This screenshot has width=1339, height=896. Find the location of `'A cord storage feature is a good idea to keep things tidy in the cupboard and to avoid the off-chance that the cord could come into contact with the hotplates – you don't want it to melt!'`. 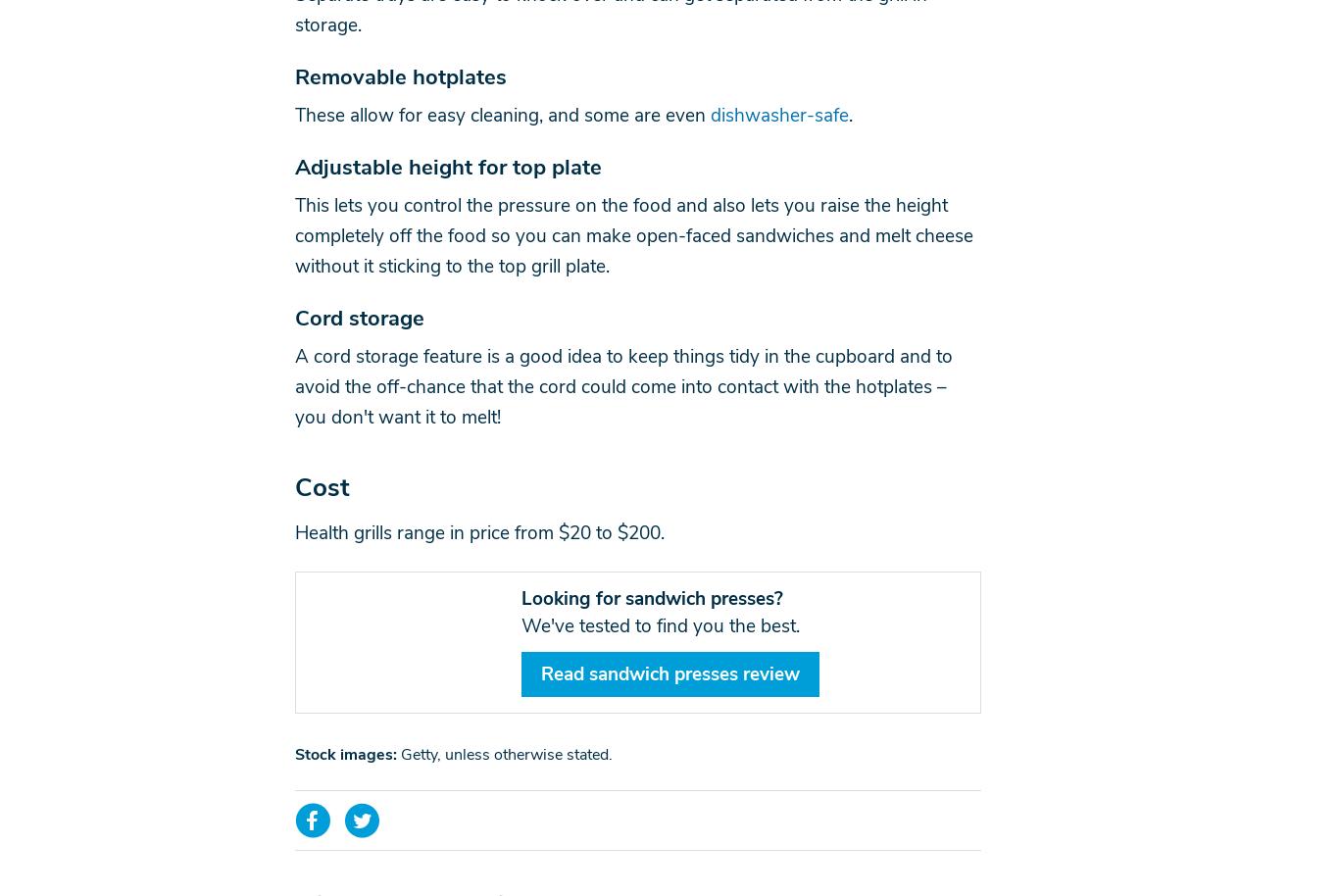

'A cord storage feature is a good idea to keep things tidy in the cupboard and to avoid the off-chance that the cord could come into contact with the hotplates – you don't want it to melt!' is located at coordinates (621, 387).